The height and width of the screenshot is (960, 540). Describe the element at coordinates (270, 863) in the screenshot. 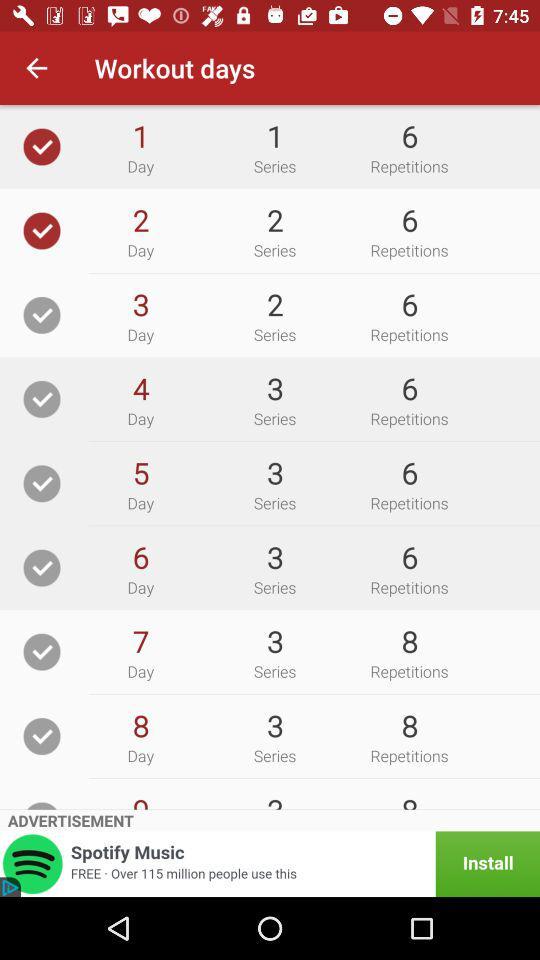

I see `open advertisement` at that location.